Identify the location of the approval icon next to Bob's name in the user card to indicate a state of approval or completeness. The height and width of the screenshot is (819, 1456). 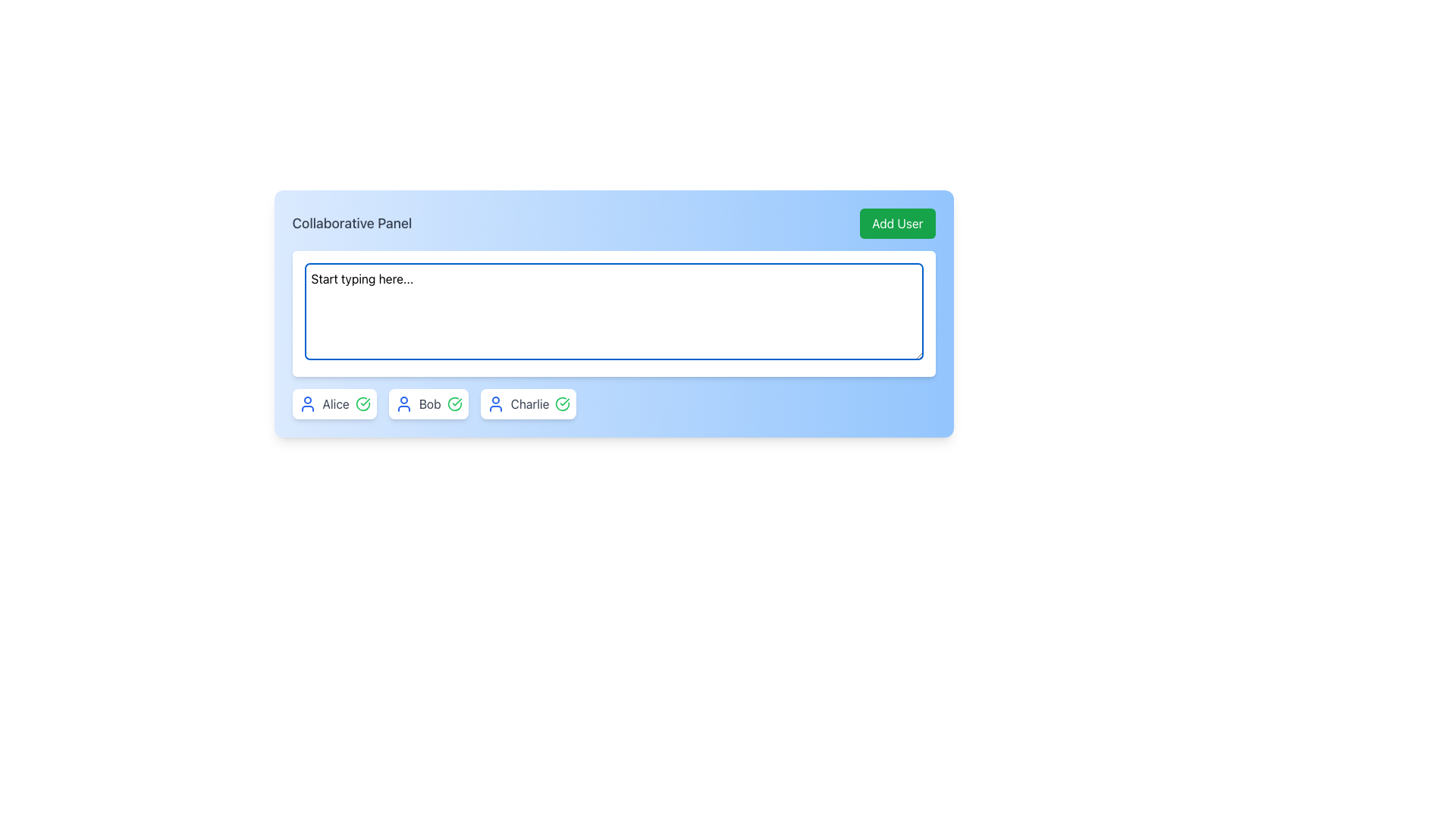
(453, 403).